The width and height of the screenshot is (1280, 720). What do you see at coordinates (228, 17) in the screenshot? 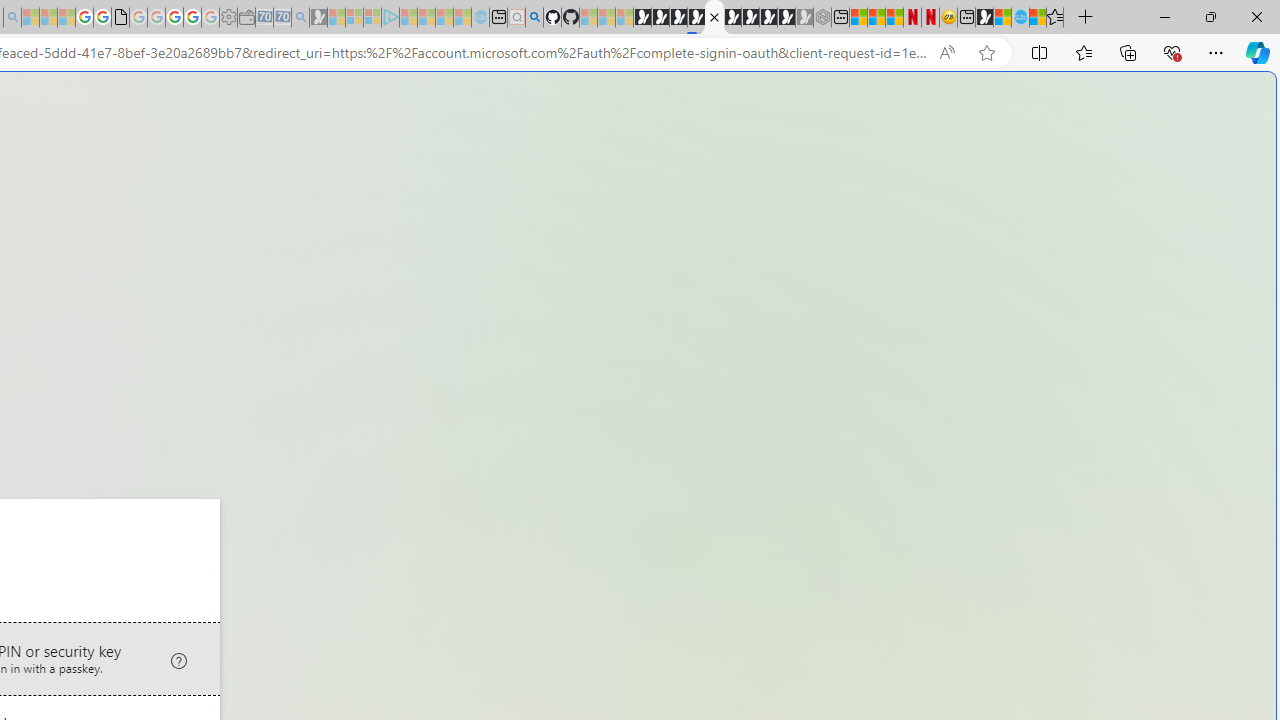
I see `'Settings - Sleeping'` at bounding box center [228, 17].